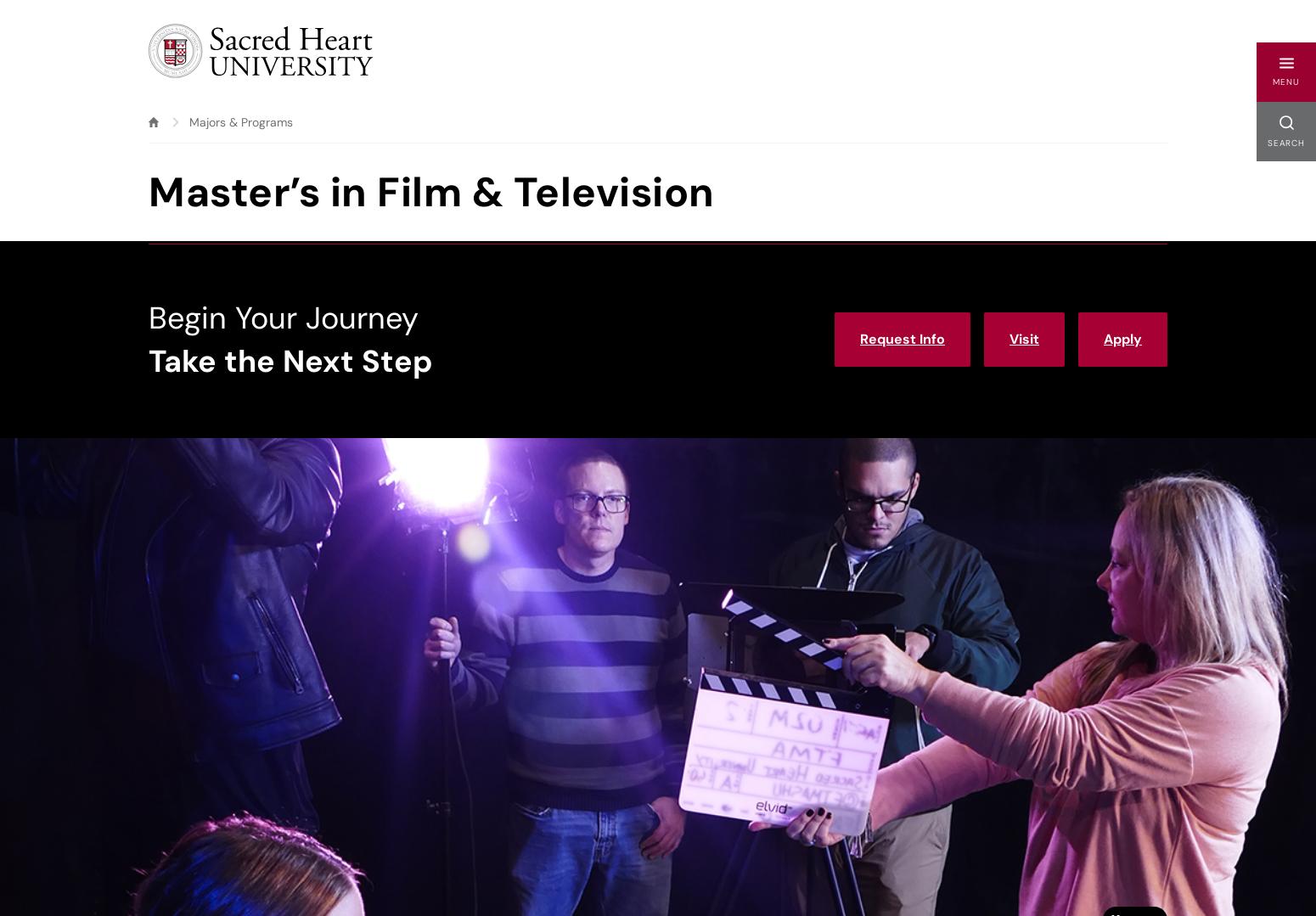 Image resolution: width=1316 pixels, height=916 pixels. I want to click on 'Apply', so click(1122, 338).